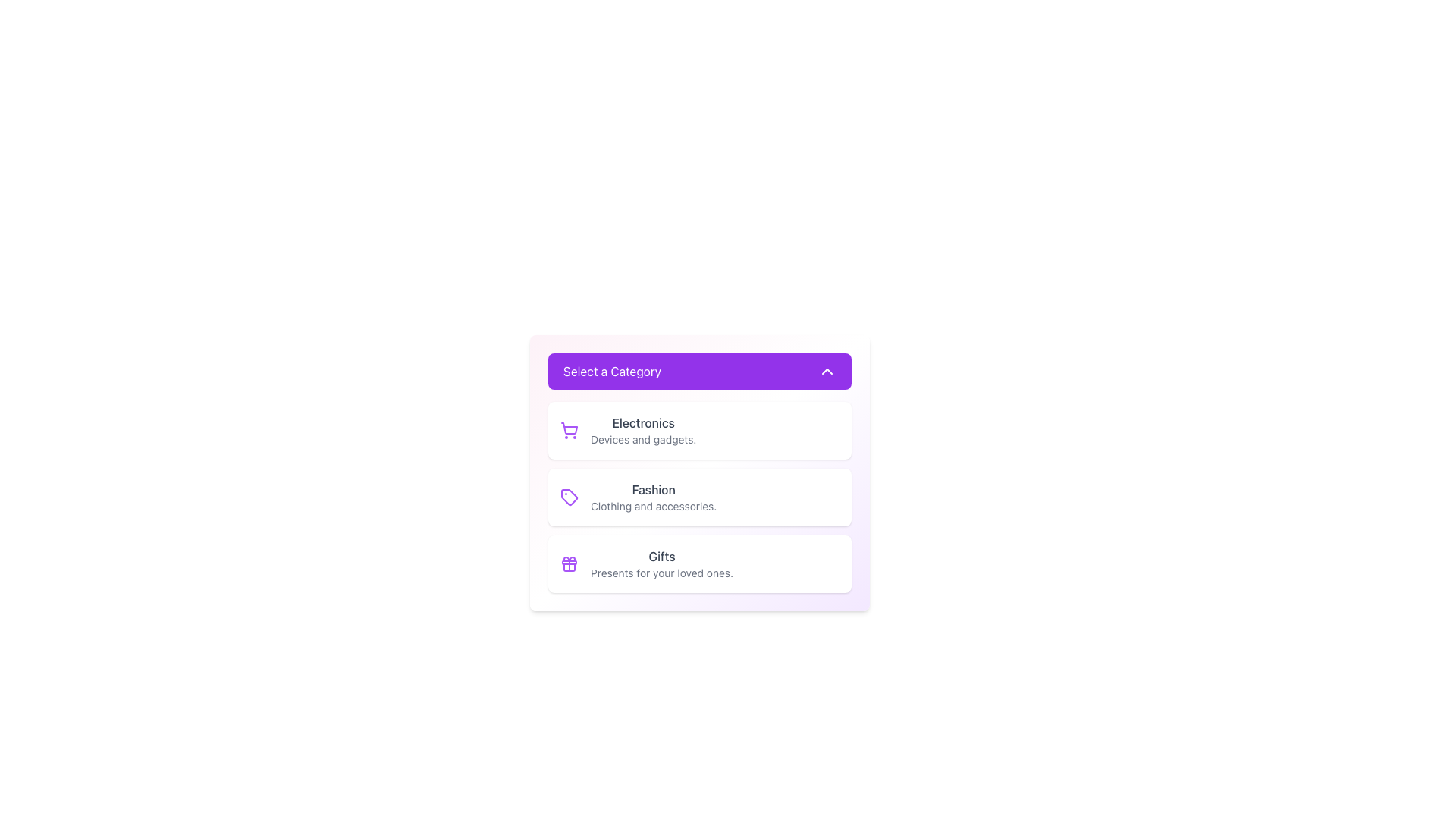 This screenshot has width=1456, height=819. I want to click on the text label displaying 'Fashion', which is styled in a medium-sized font and dark gray color, located in the category list under 'Select a Category', so click(654, 489).